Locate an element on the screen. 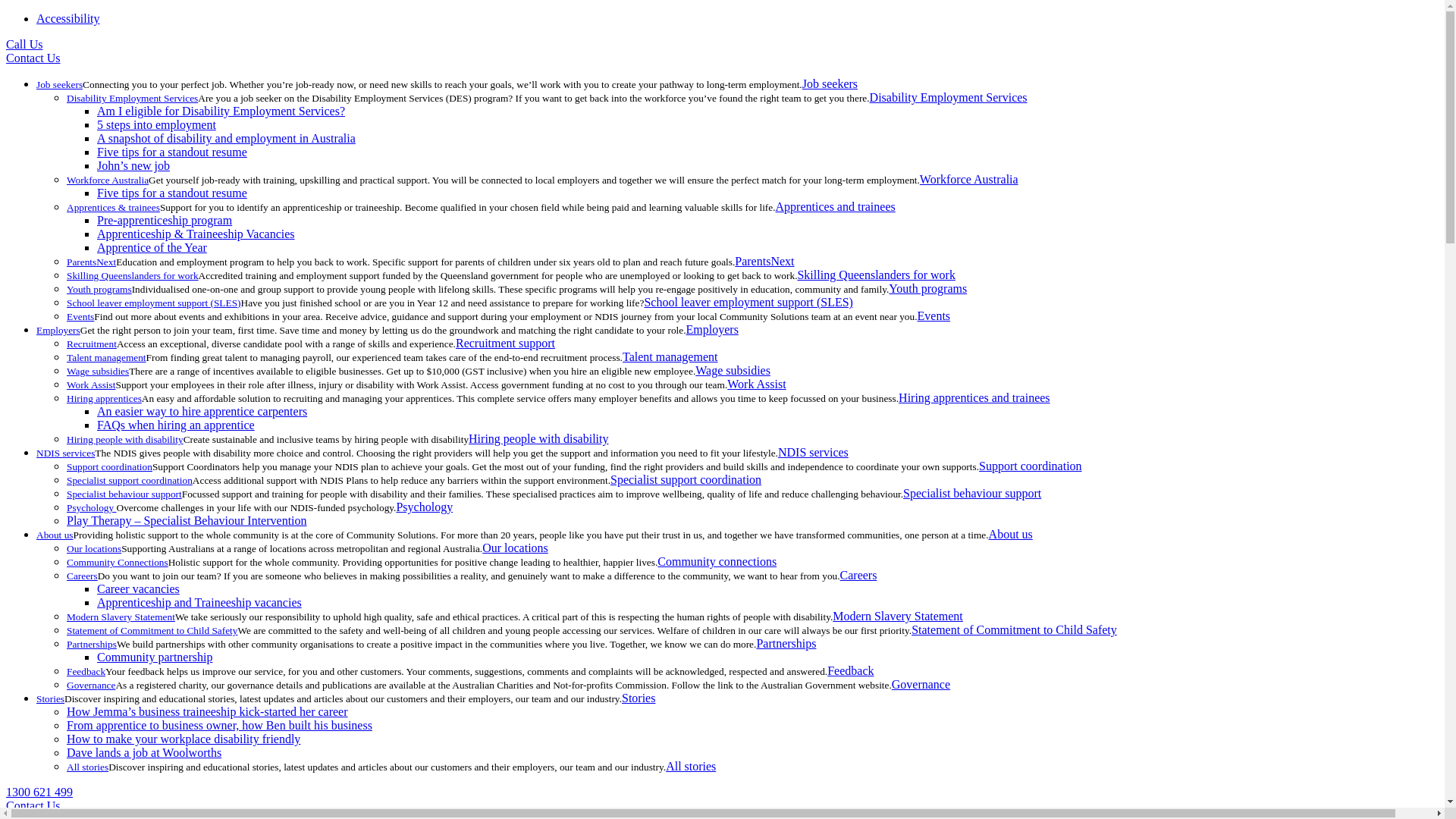 This screenshot has height=819, width=1456. 'Partnerships' is located at coordinates (786, 643).